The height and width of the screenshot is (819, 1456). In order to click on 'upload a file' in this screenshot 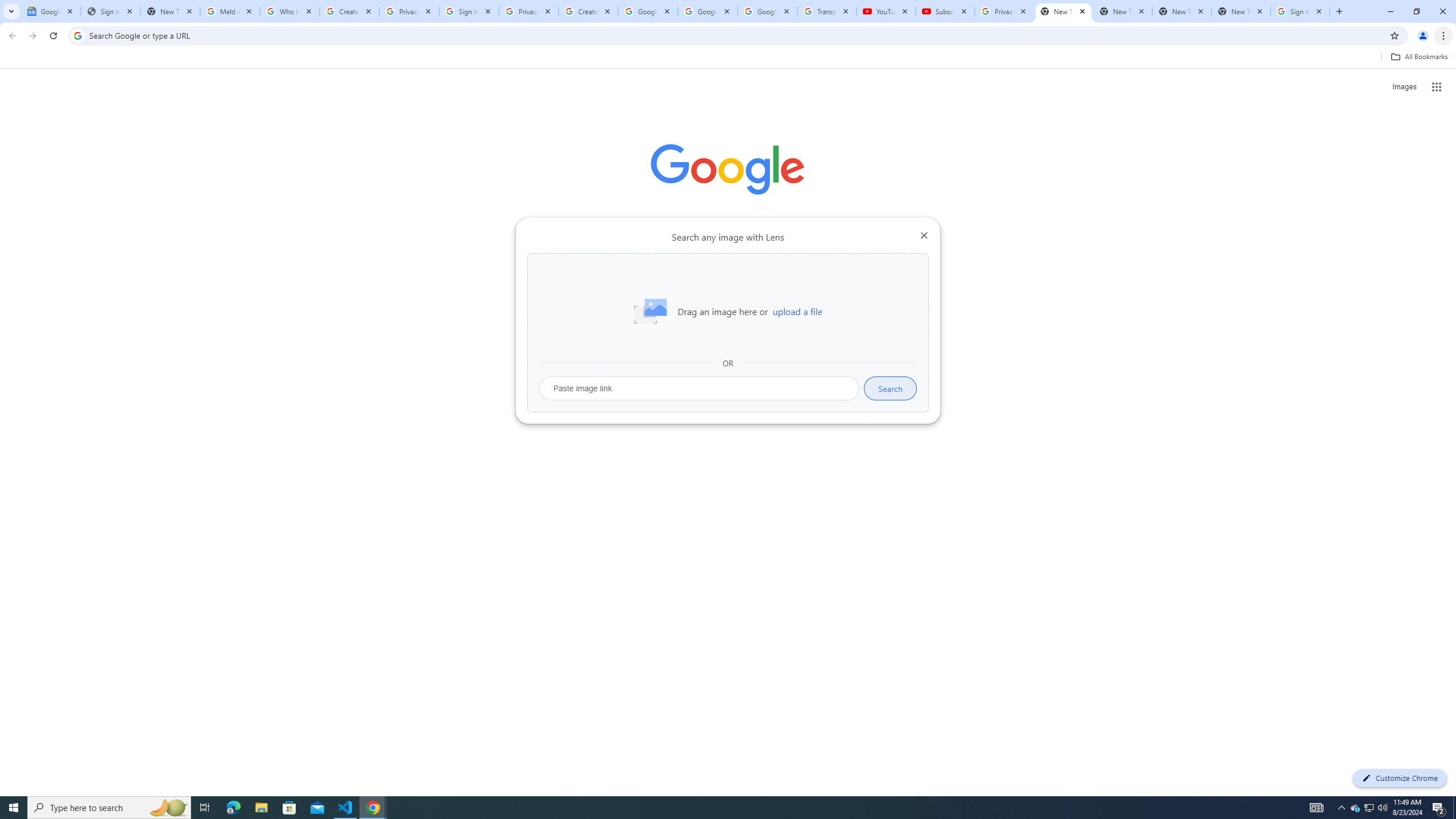, I will do `click(797, 311)`.